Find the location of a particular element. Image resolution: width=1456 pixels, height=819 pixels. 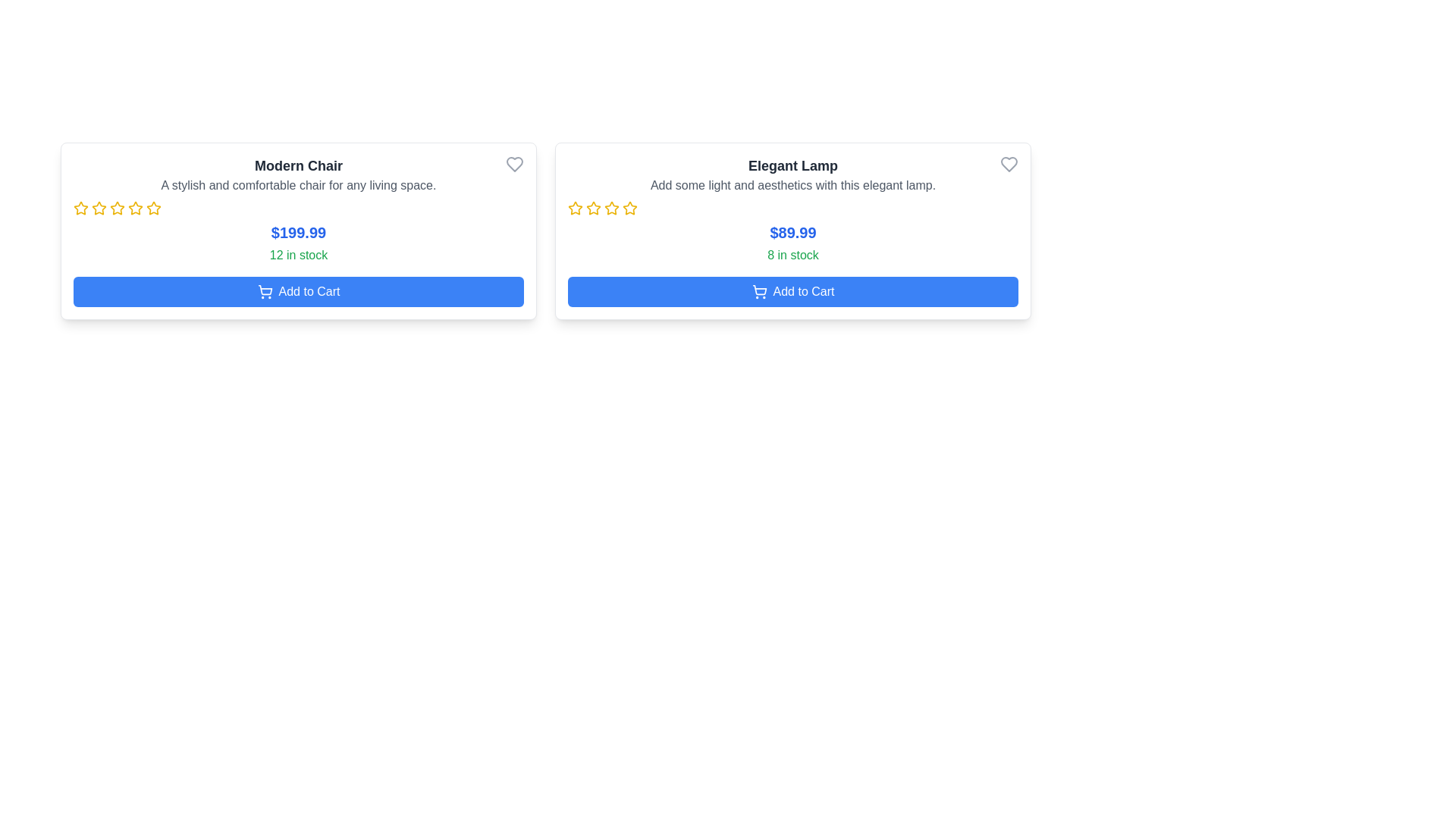

the second star icon in the five-star rating component for the 'Modern Chair' product card, which is highlighted with a yellow border and has an empty center is located at coordinates (98, 208).